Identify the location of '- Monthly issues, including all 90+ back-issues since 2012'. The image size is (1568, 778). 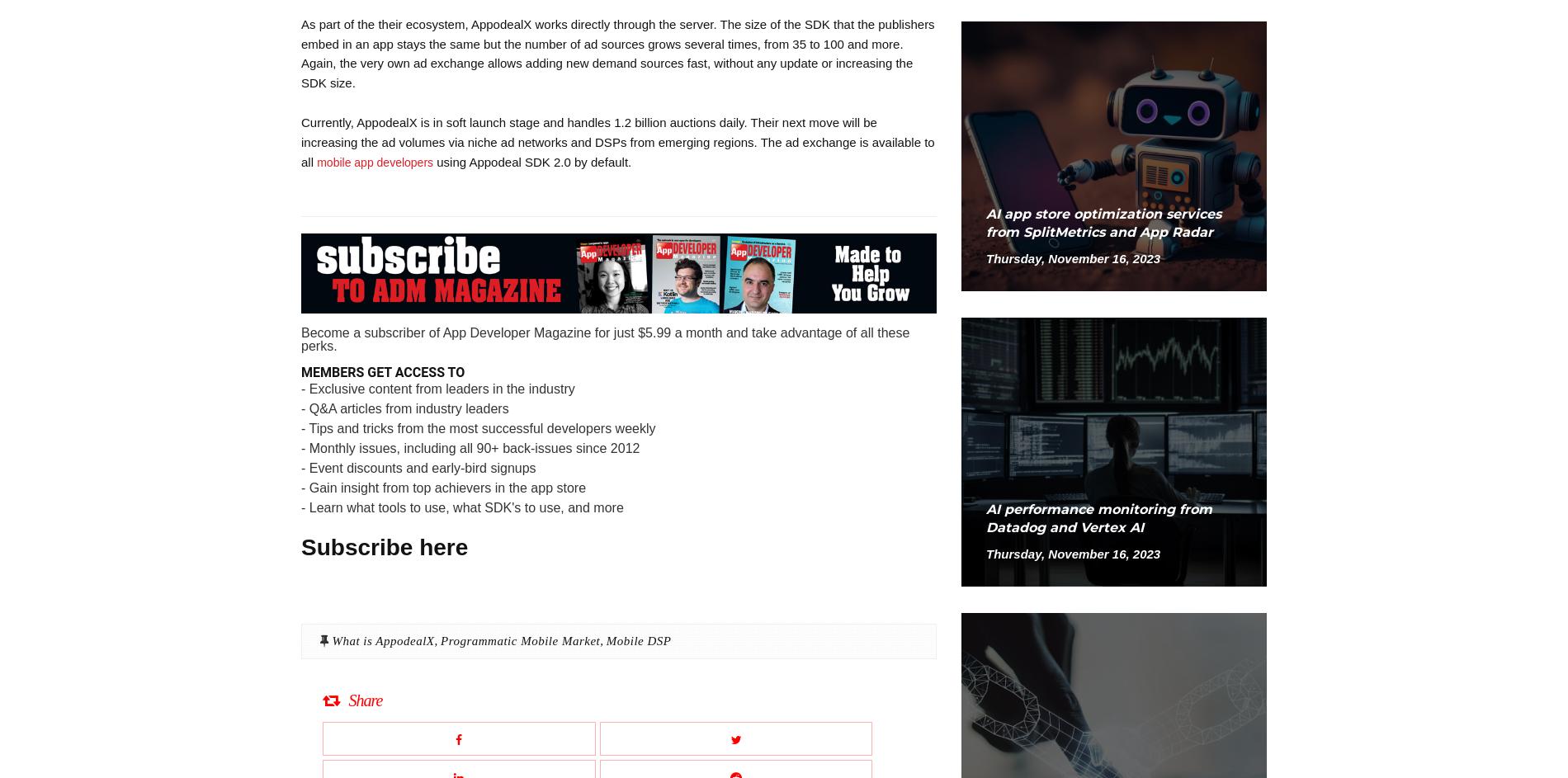
(470, 447).